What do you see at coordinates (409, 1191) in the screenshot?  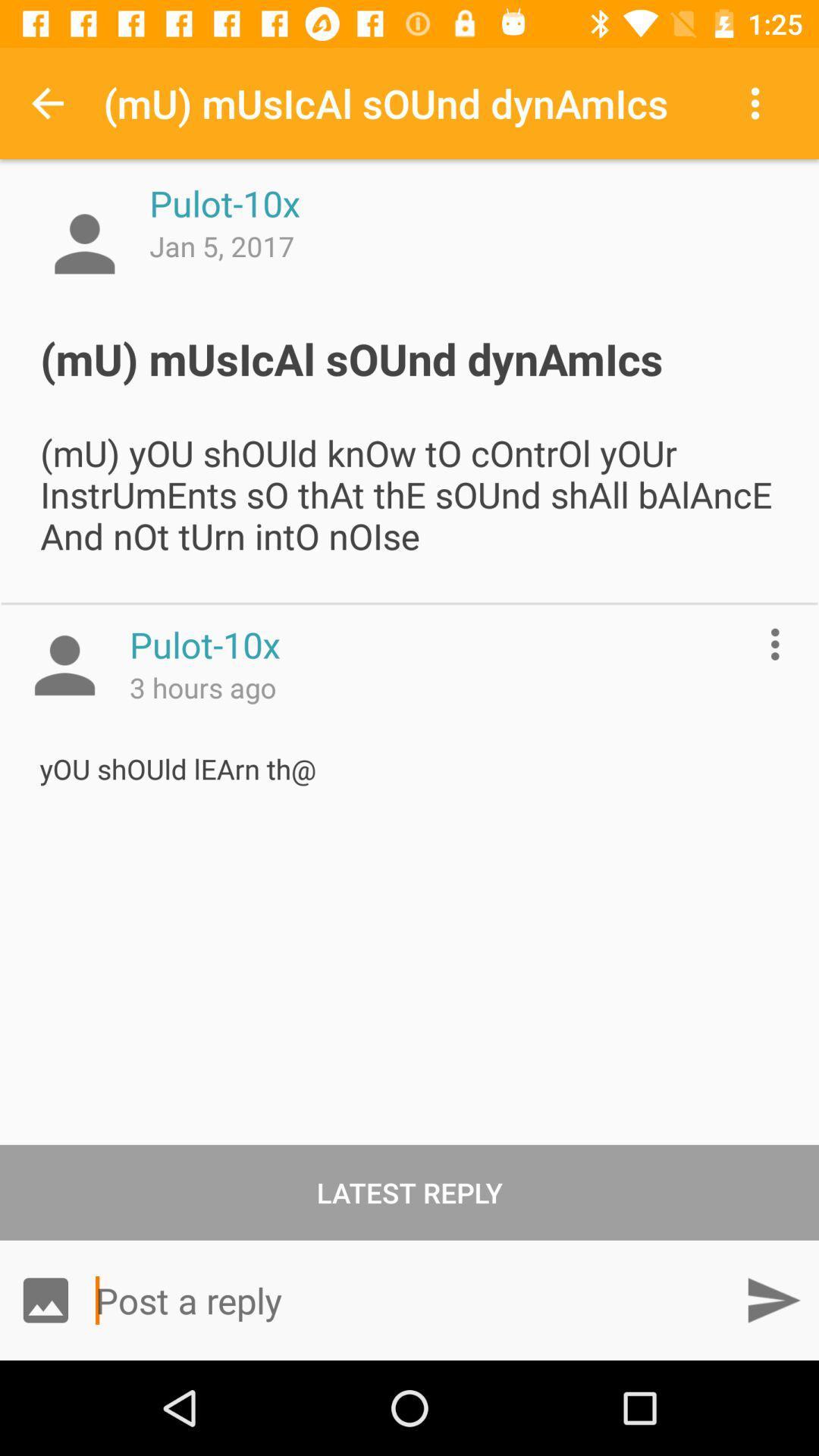 I see `the latest reply item` at bounding box center [409, 1191].